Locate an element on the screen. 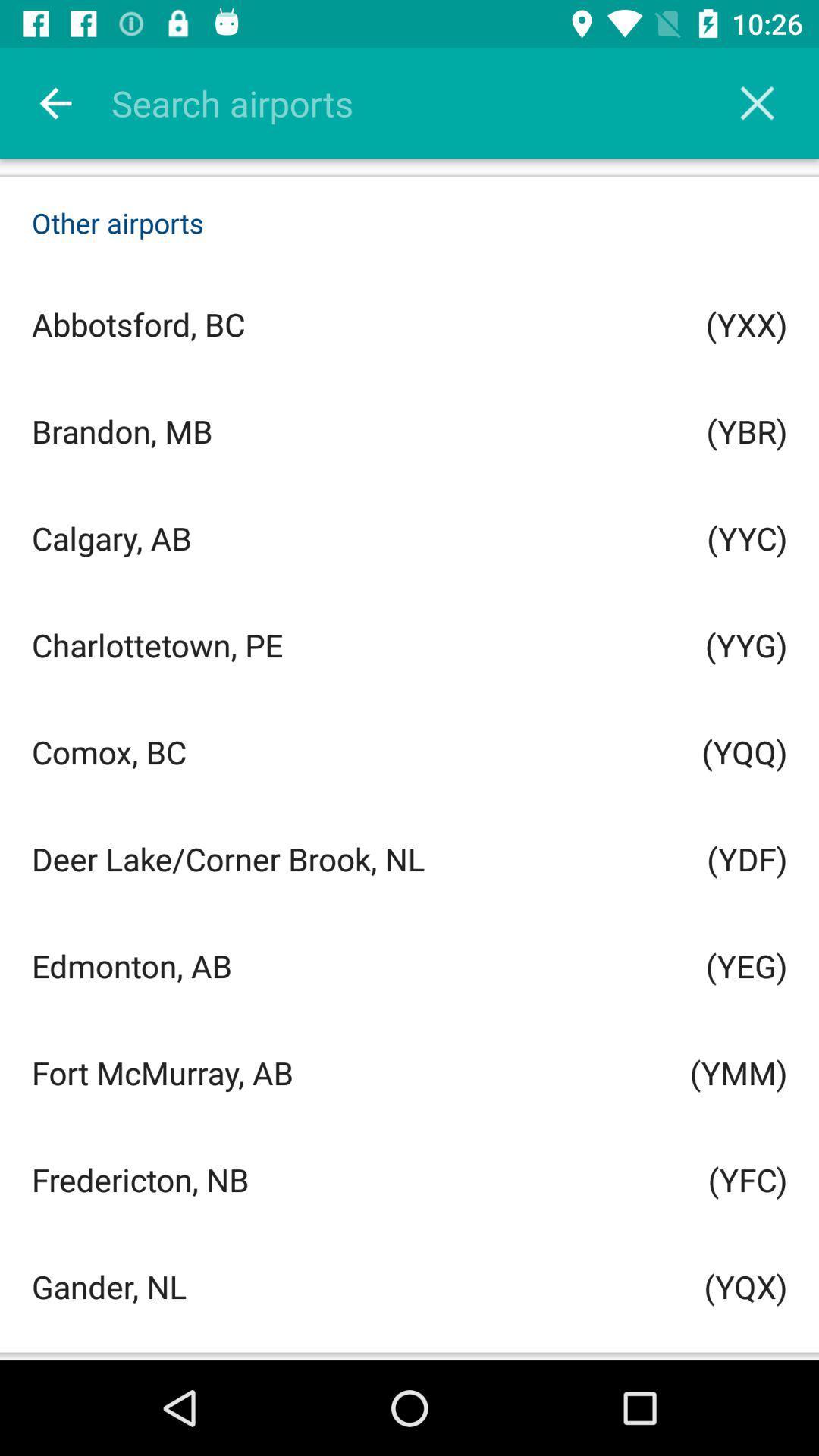 The height and width of the screenshot is (1456, 819). search places is located at coordinates (429, 102).